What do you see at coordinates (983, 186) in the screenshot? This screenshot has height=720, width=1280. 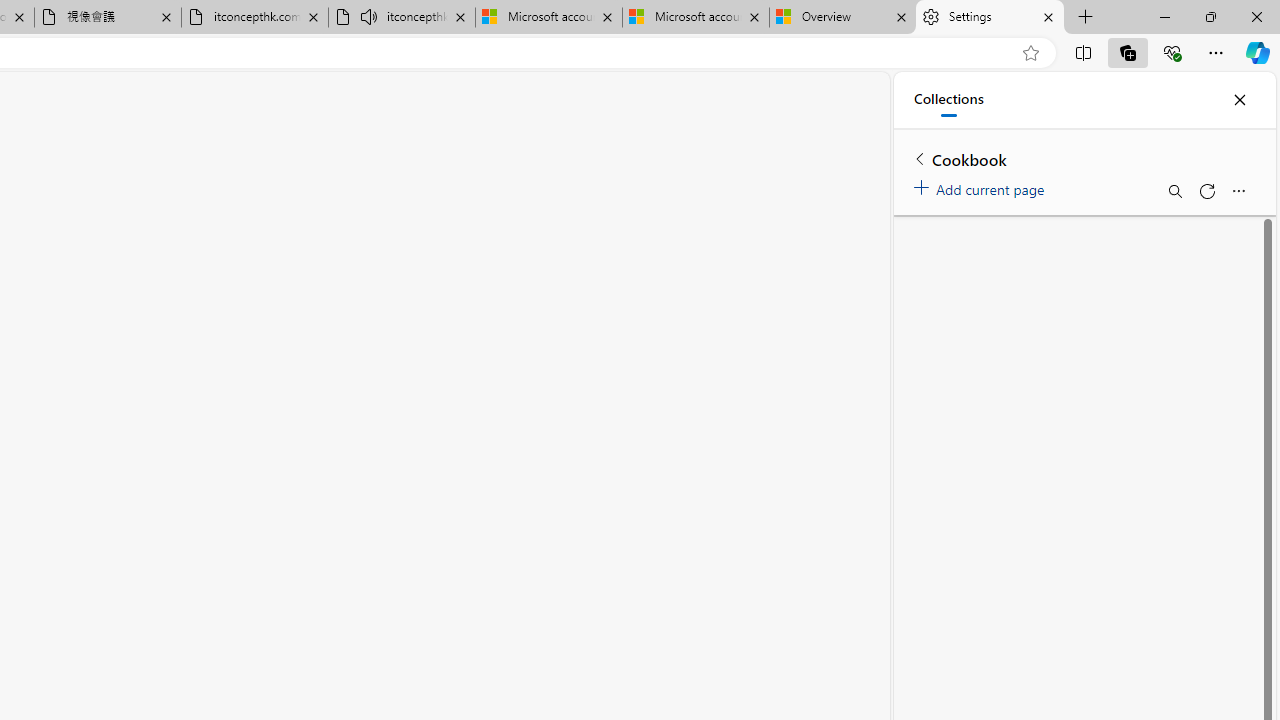 I see `'Add current page'` at bounding box center [983, 186].